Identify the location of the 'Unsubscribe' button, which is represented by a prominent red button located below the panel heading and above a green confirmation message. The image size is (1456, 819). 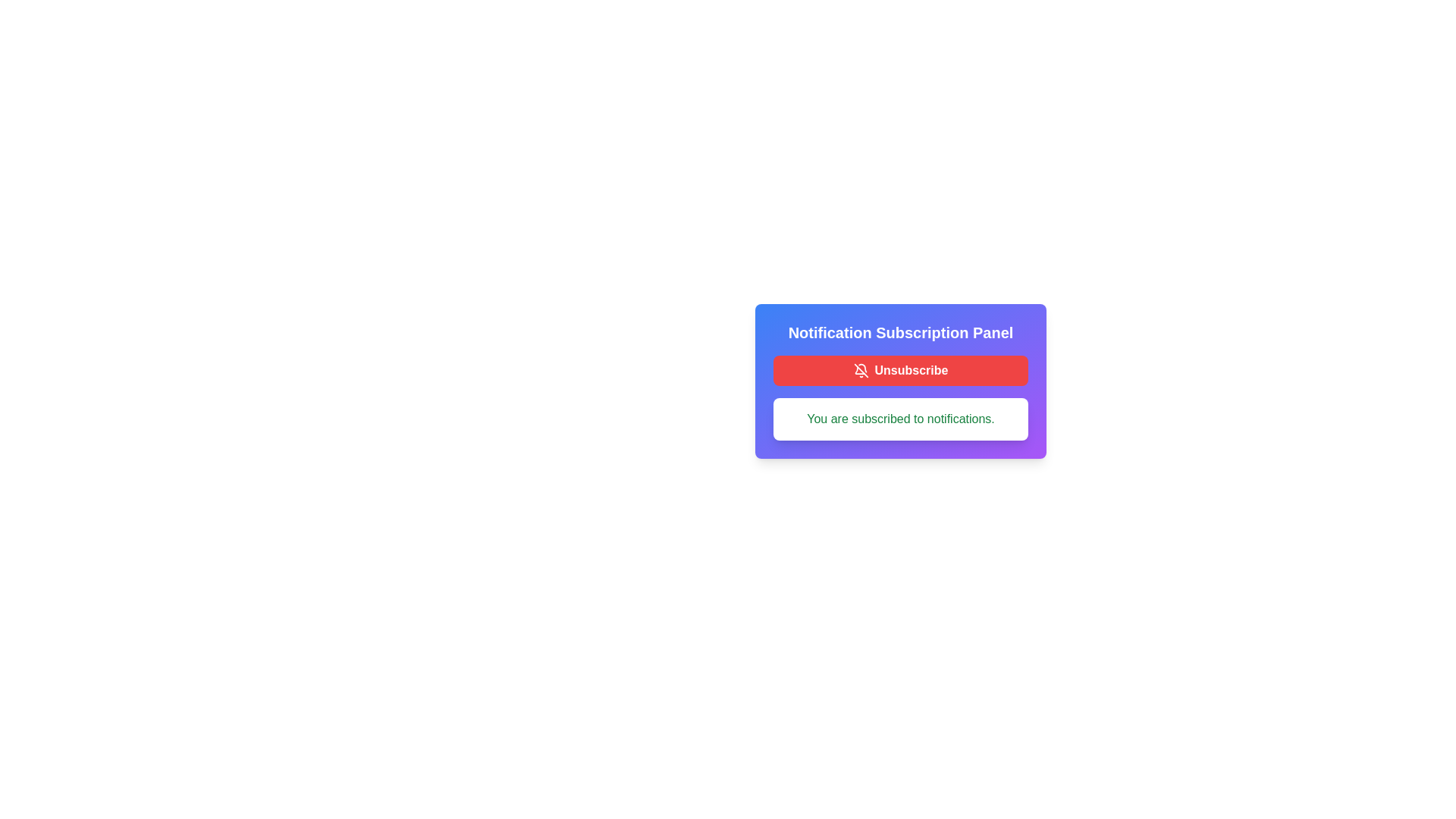
(861, 371).